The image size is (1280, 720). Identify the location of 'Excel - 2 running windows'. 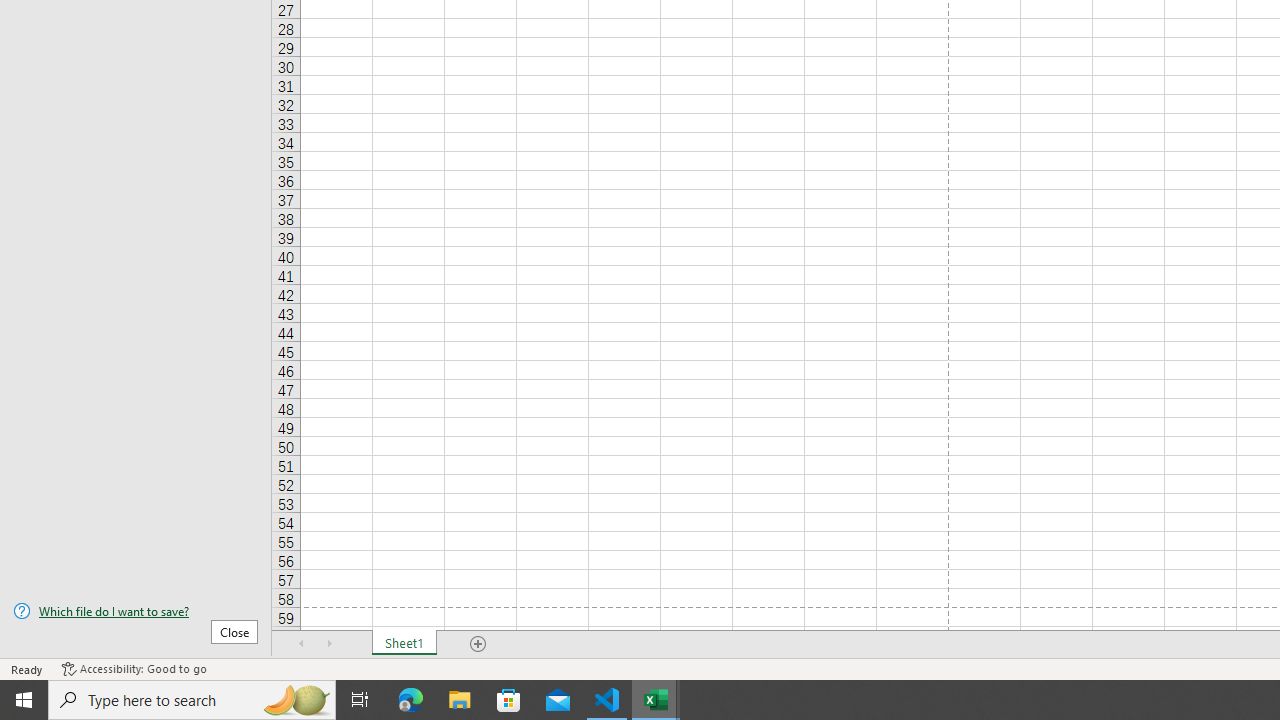
(656, 698).